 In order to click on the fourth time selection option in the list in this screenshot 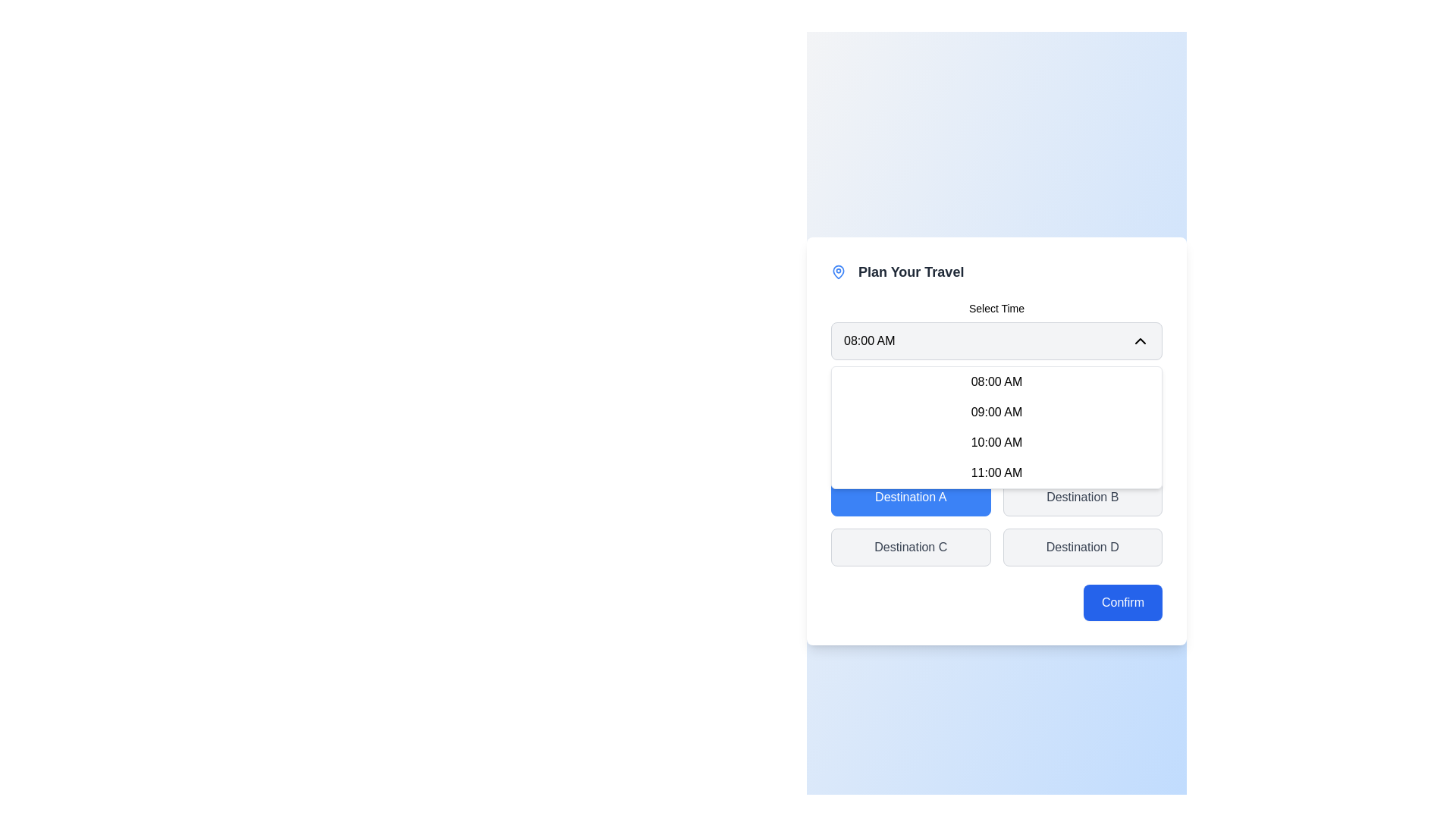, I will do `click(996, 472)`.